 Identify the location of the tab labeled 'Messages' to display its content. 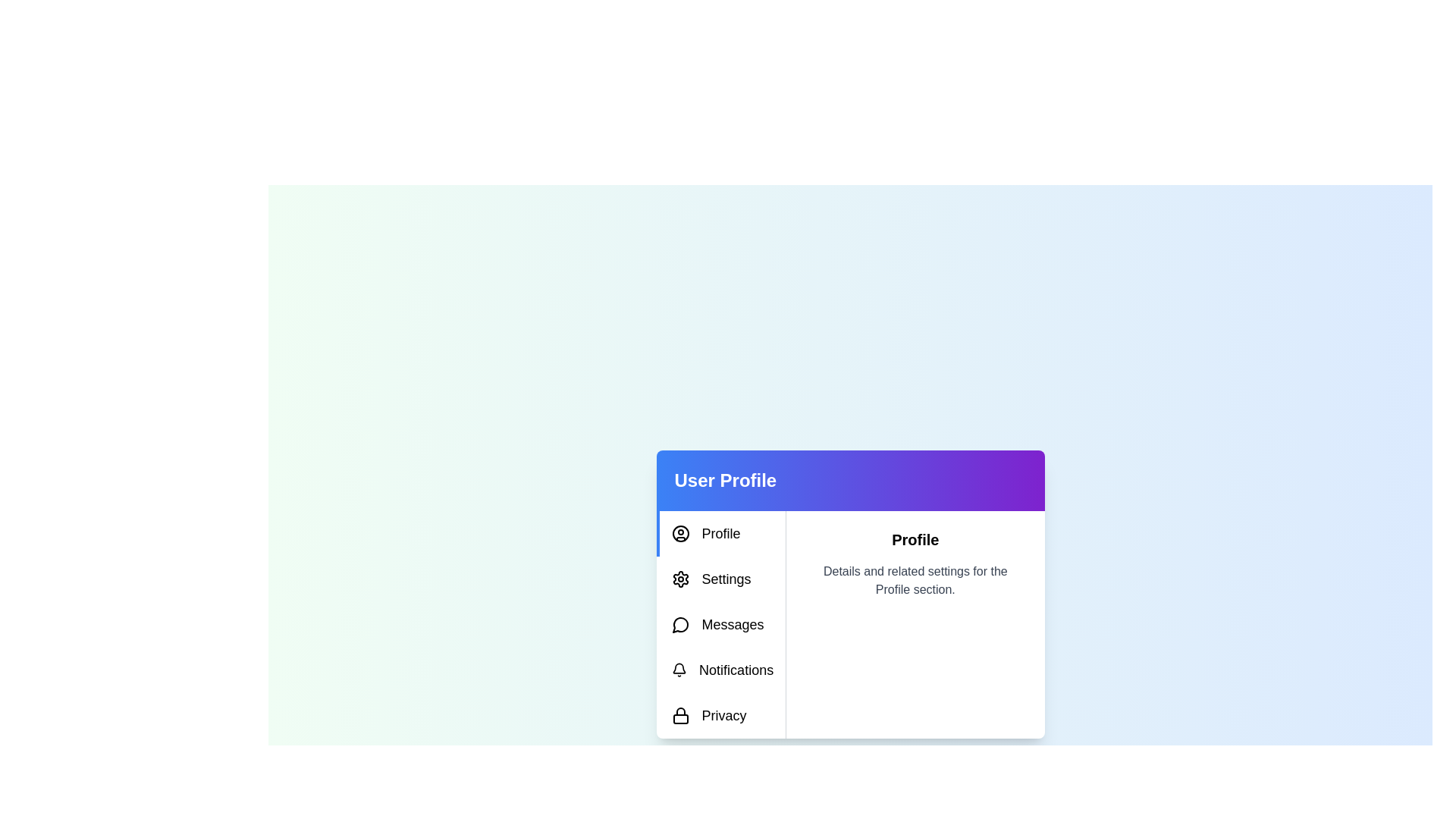
(720, 625).